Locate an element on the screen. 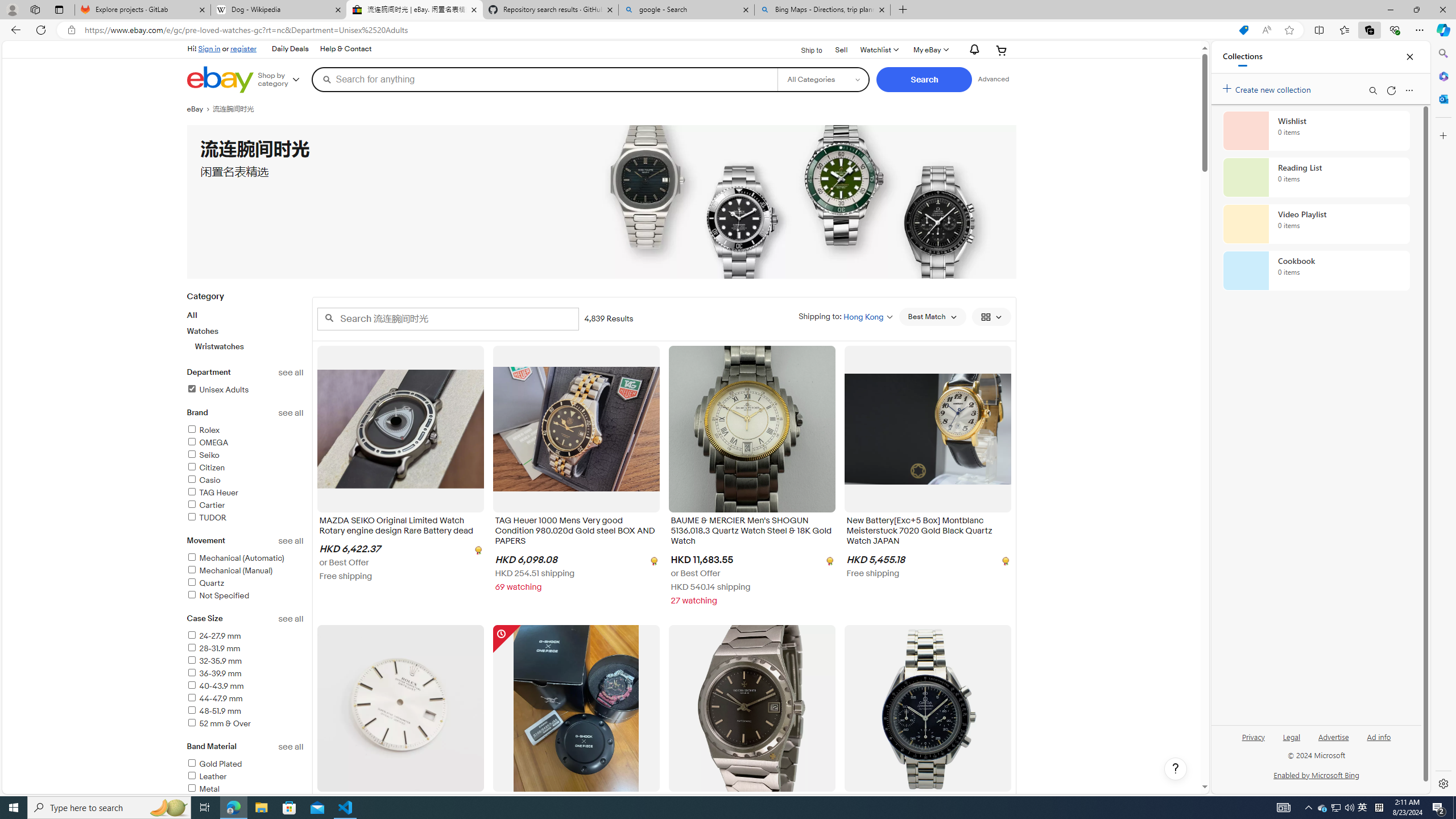  'Cookbook collection, 0 items' is located at coordinates (1316, 270).